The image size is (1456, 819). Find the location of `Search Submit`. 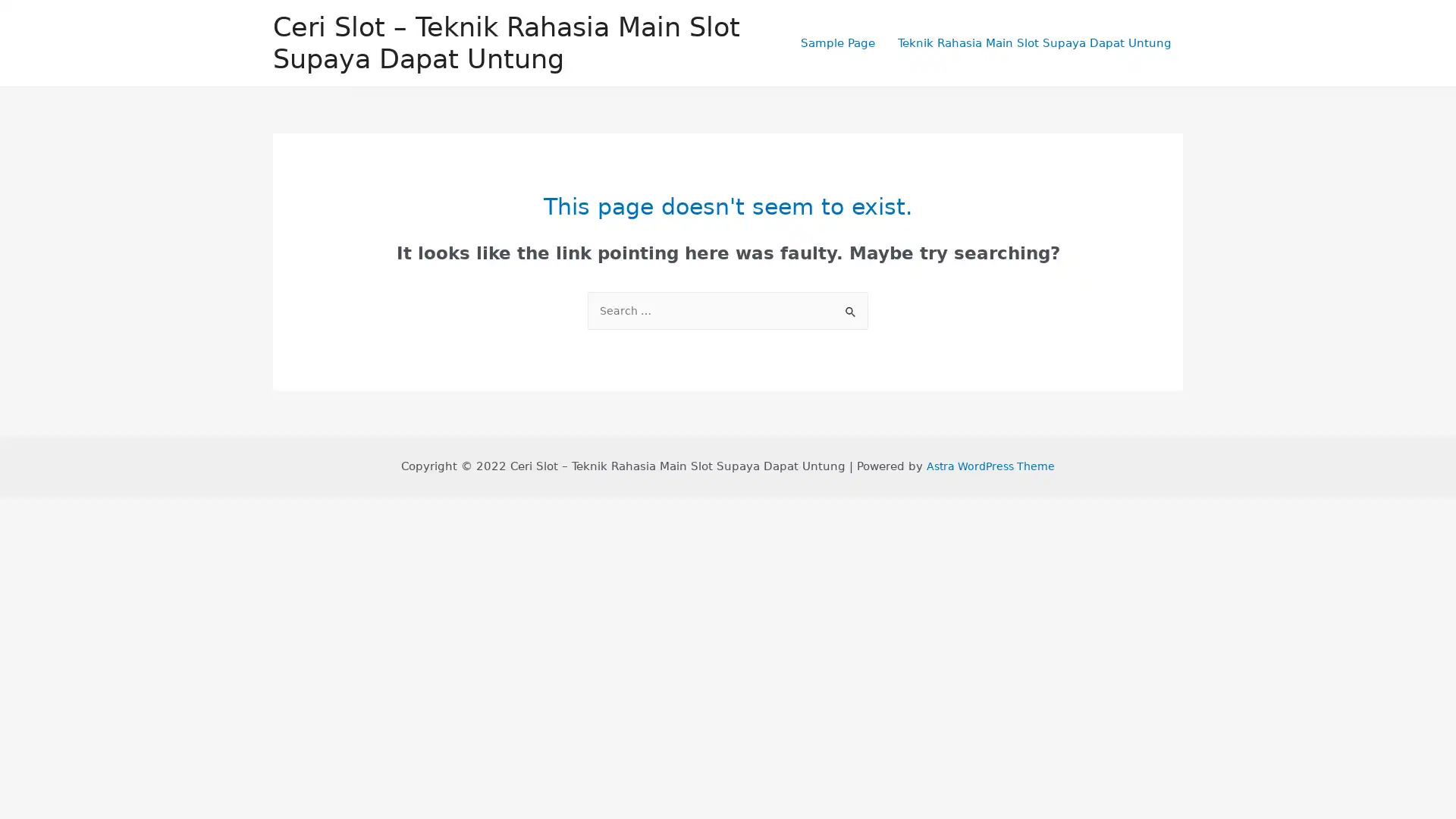

Search Submit is located at coordinates (851, 312).